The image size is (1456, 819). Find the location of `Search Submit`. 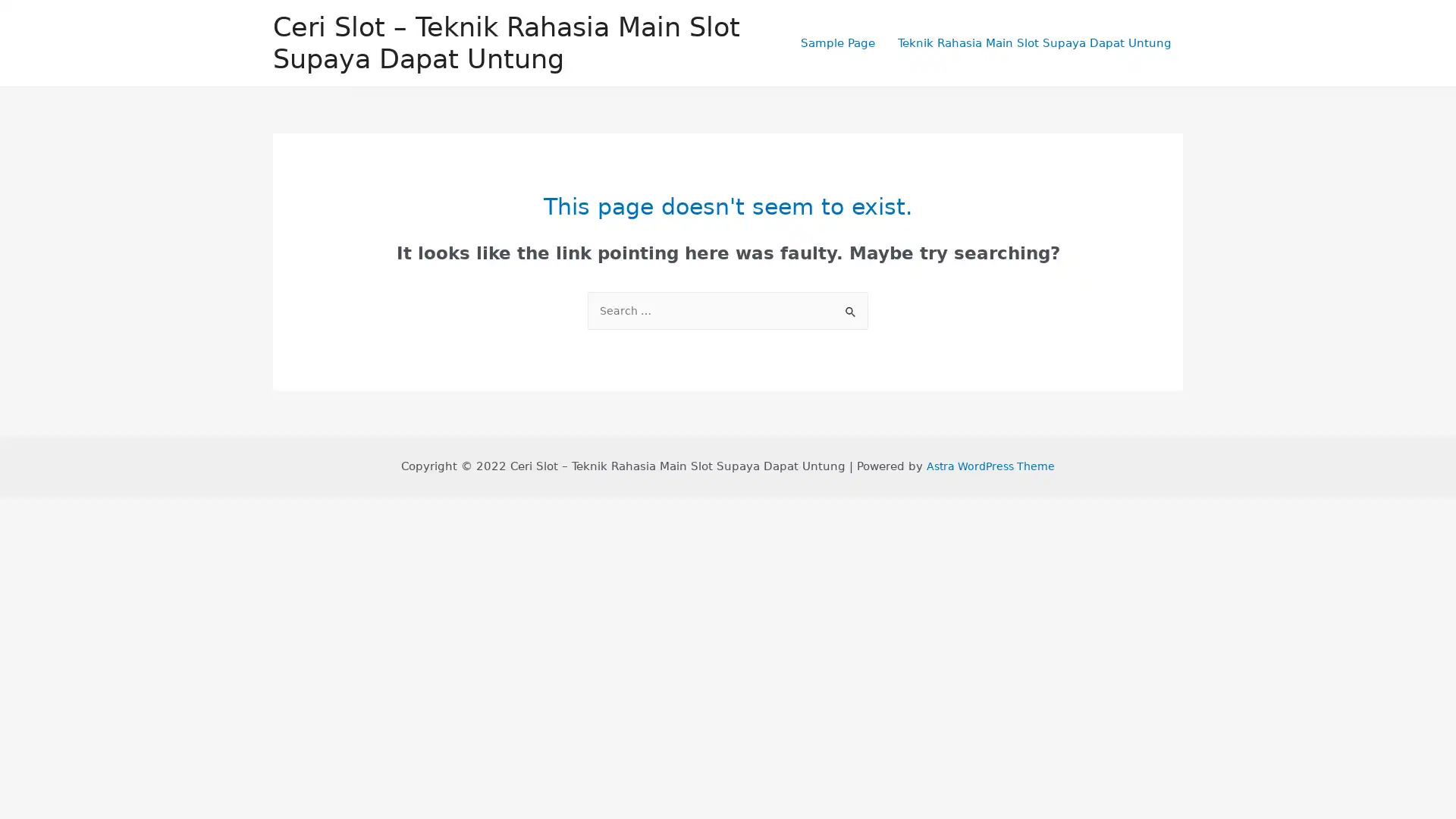

Search Submit is located at coordinates (851, 312).